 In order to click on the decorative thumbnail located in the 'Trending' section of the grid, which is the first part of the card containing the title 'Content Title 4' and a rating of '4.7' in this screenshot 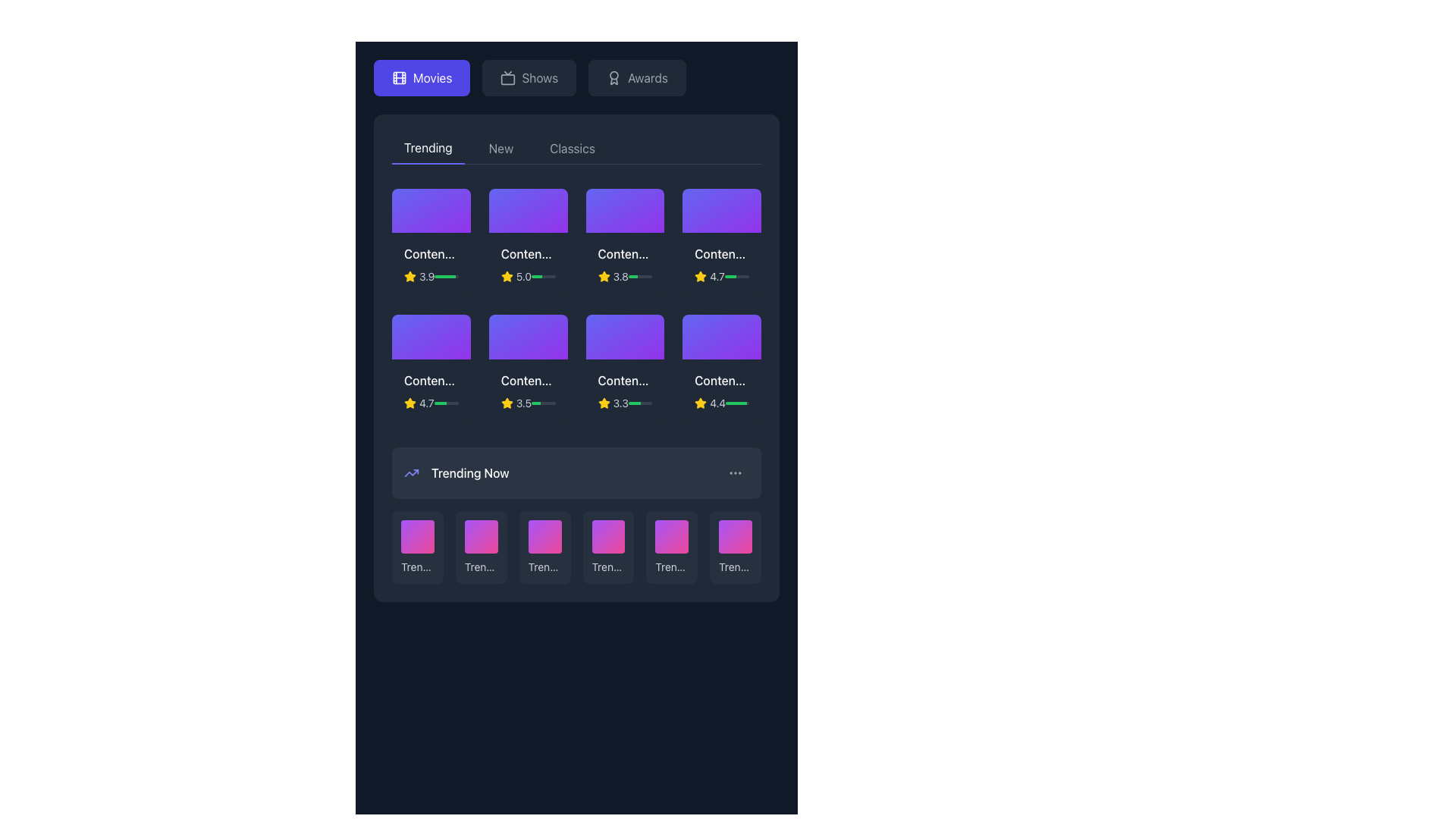, I will do `click(721, 211)`.